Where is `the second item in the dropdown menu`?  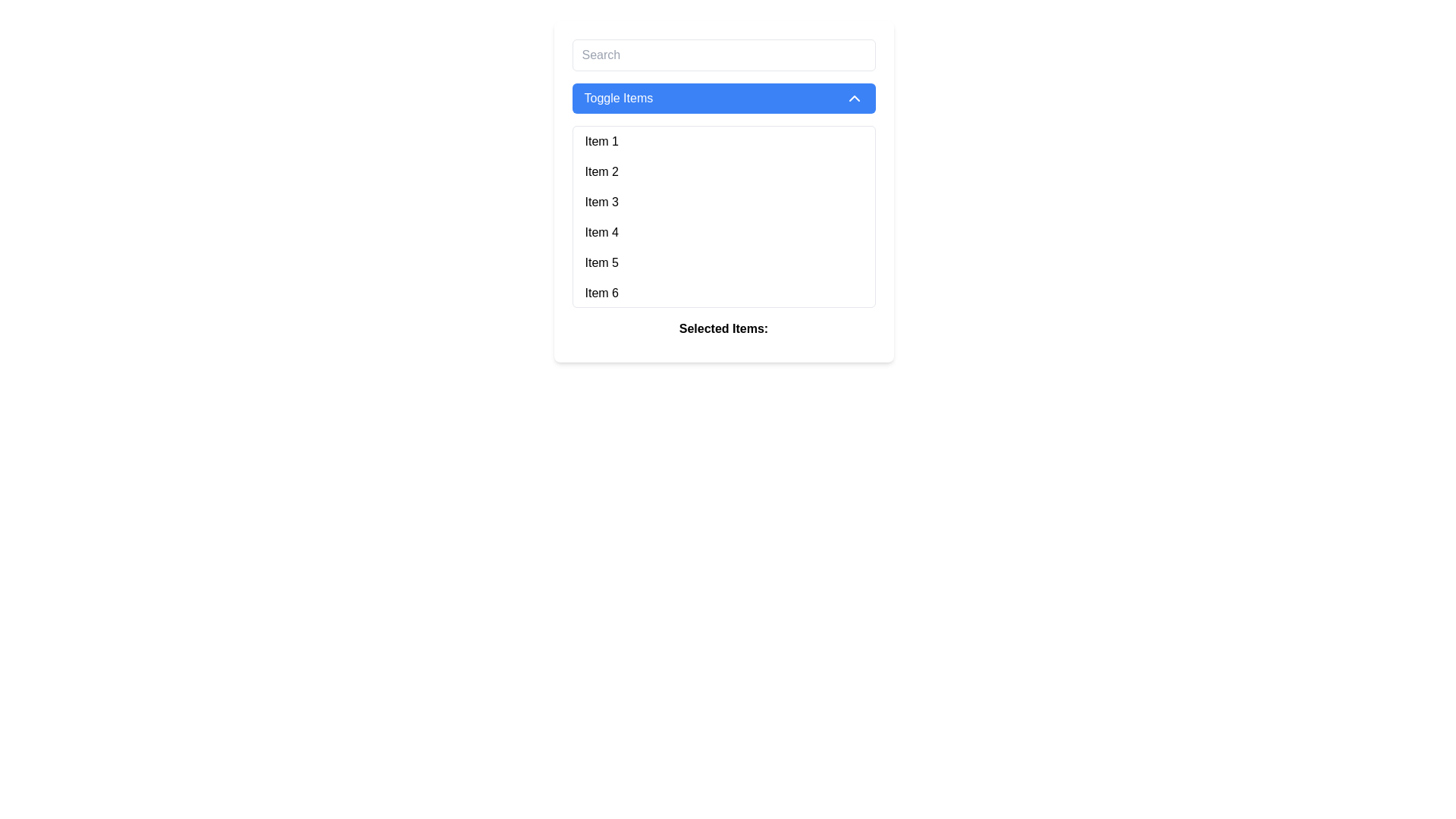
the second item in the dropdown menu is located at coordinates (723, 171).